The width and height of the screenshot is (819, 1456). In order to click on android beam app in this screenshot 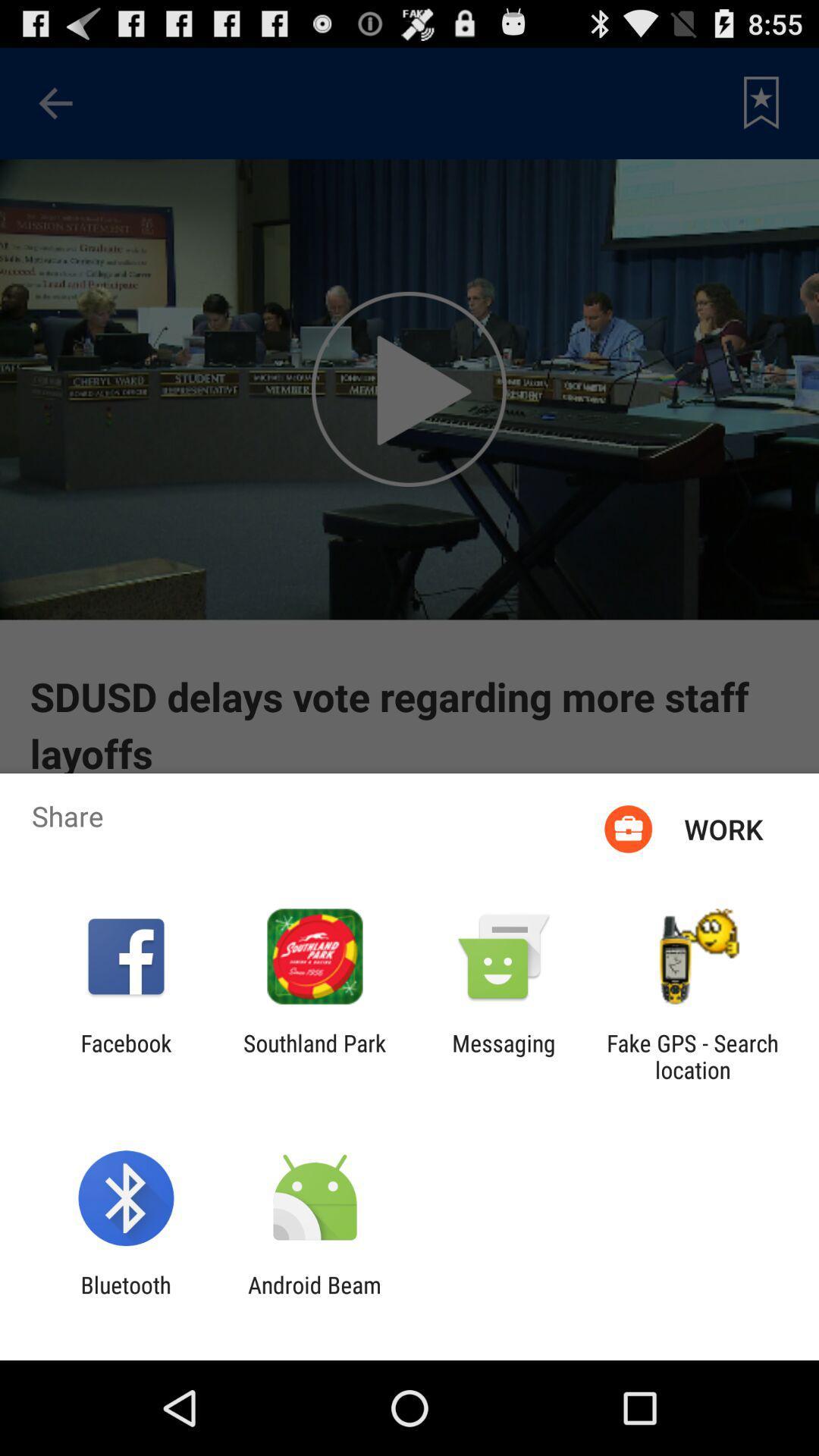, I will do `click(314, 1298)`.